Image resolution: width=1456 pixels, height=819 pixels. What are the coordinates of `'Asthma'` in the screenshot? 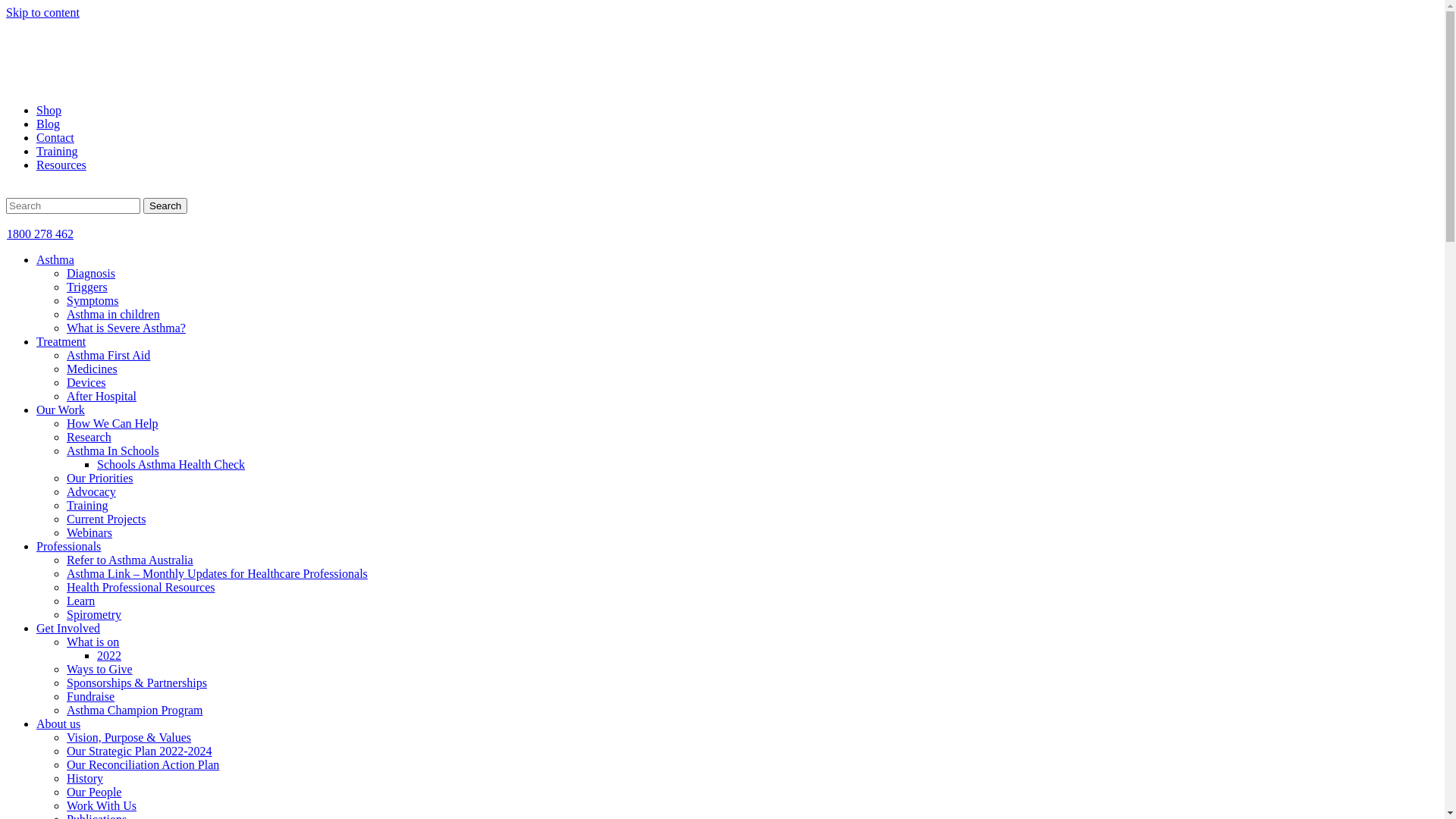 It's located at (55, 259).